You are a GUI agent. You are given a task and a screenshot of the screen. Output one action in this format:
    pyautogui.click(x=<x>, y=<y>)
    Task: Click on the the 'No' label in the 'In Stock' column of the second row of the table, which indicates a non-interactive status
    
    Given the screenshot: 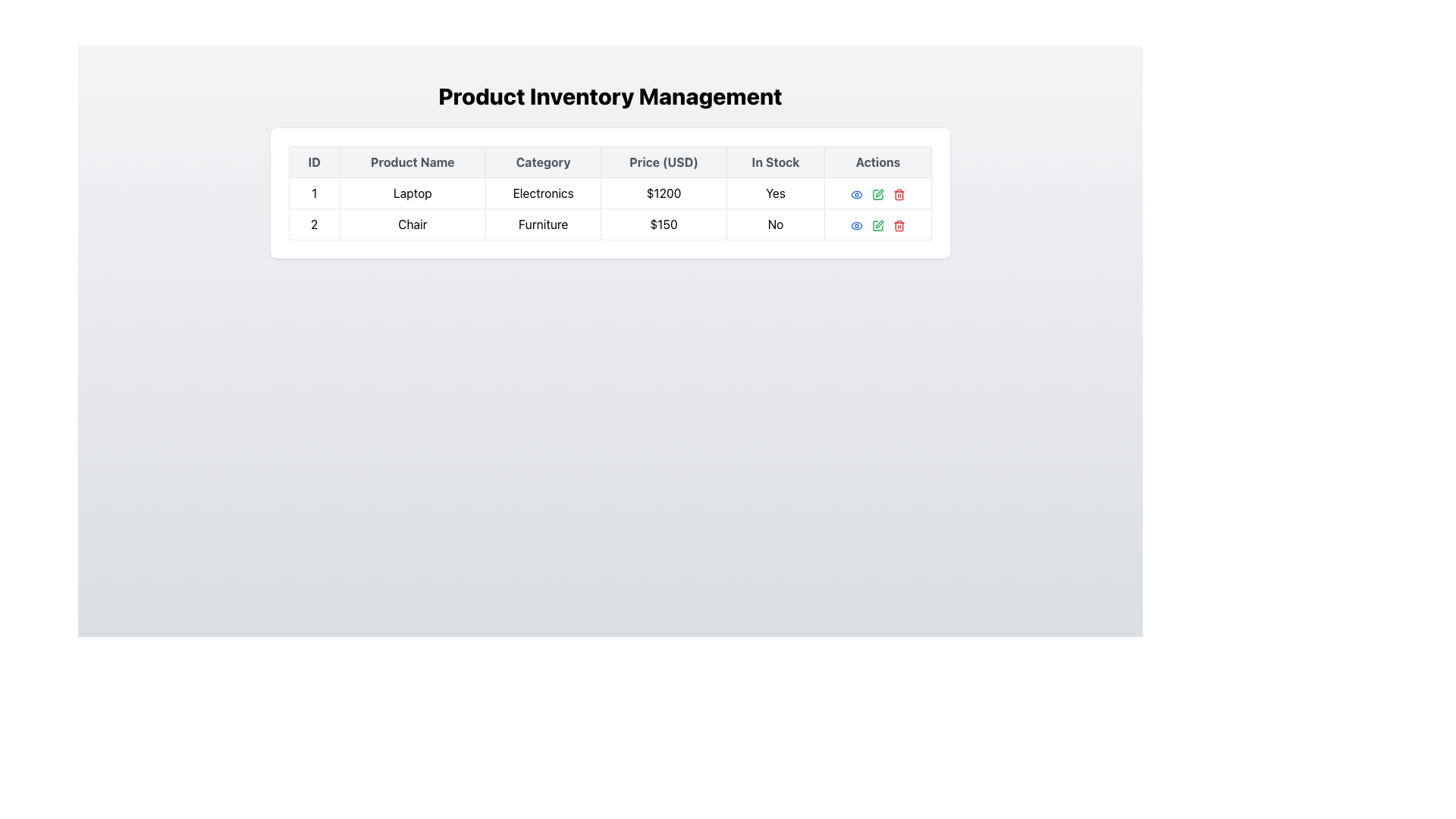 What is the action you would take?
    pyautogui.click(x=775, y=224)
    